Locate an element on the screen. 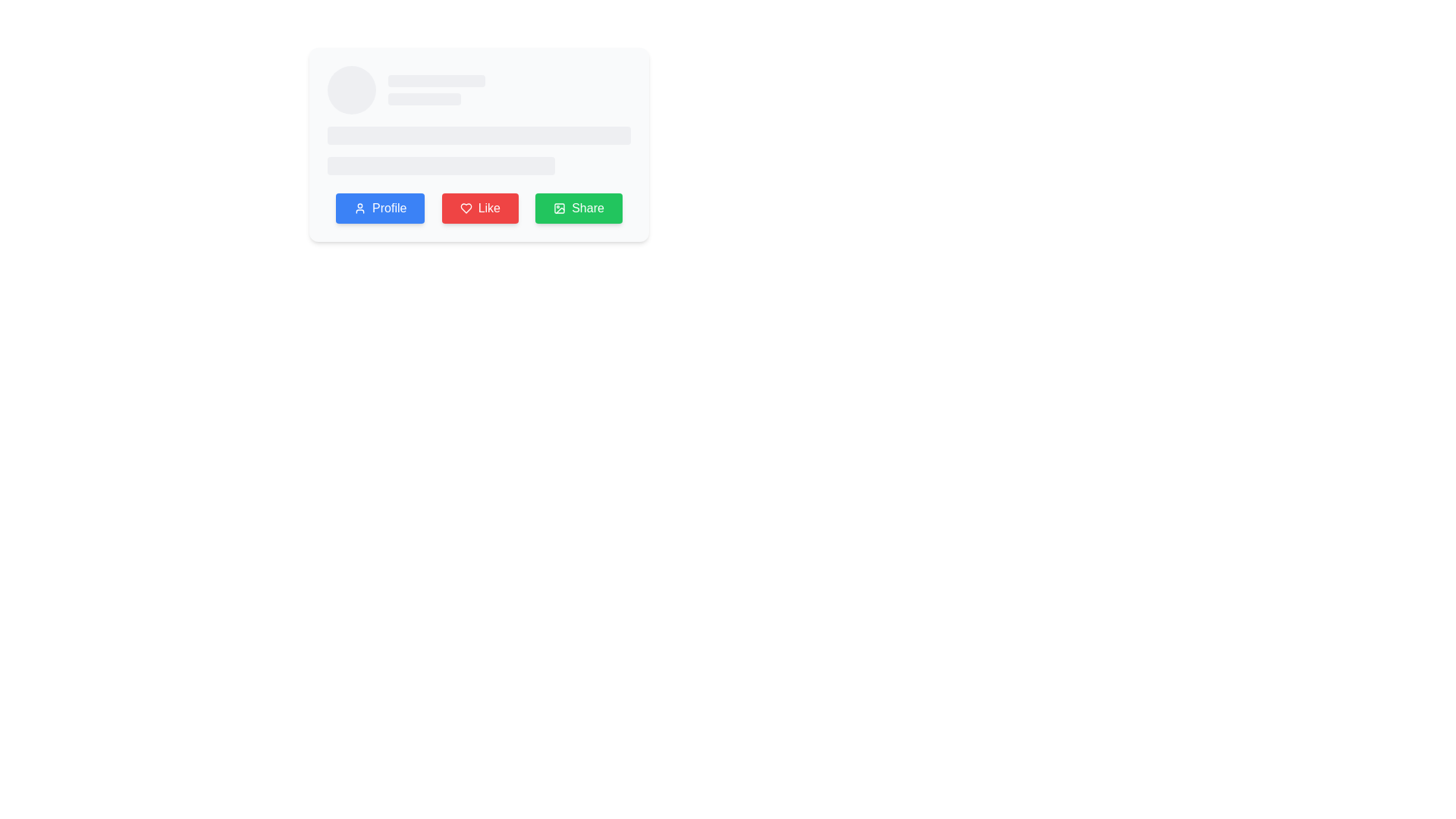  the small square-shaped light-green icon with a white image symbol located to the left of the 'Share' text in the green button is located at coordinates (559, 208).